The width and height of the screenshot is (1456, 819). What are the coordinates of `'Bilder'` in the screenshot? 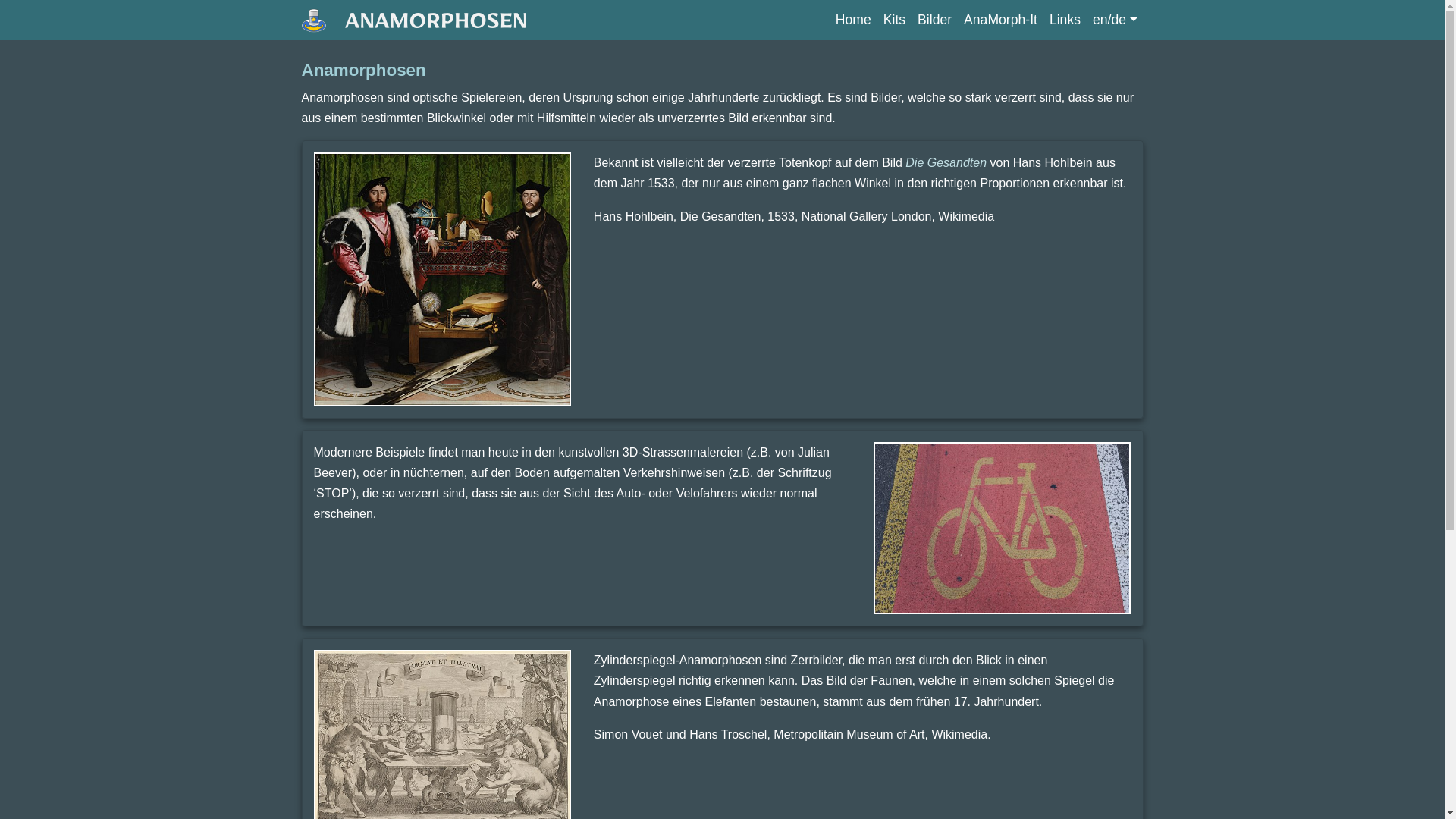 It's located at (910, 20).